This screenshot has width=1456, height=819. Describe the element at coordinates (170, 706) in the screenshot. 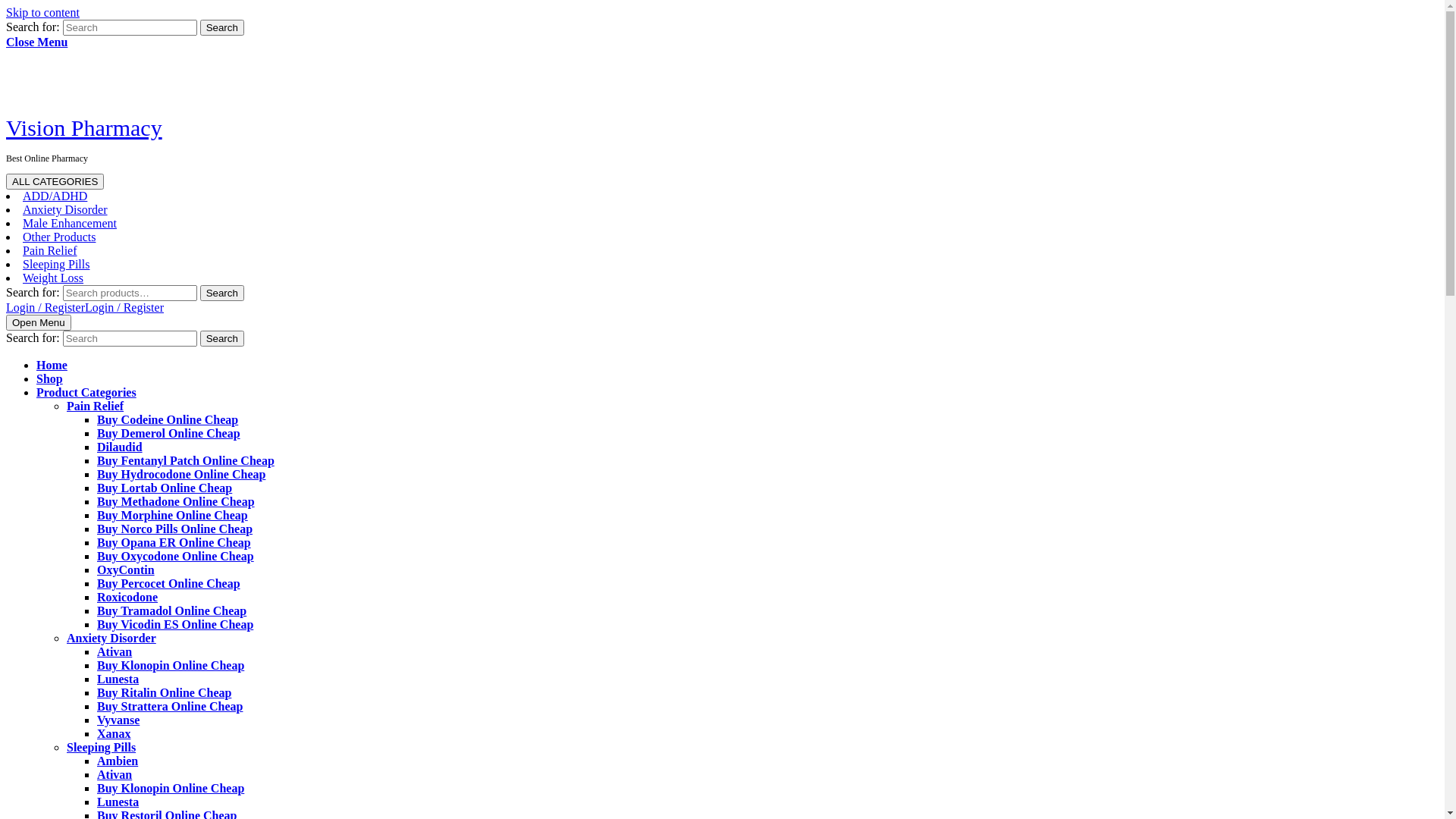

I see `'Buy Strattera Online Cheap'` at that location.